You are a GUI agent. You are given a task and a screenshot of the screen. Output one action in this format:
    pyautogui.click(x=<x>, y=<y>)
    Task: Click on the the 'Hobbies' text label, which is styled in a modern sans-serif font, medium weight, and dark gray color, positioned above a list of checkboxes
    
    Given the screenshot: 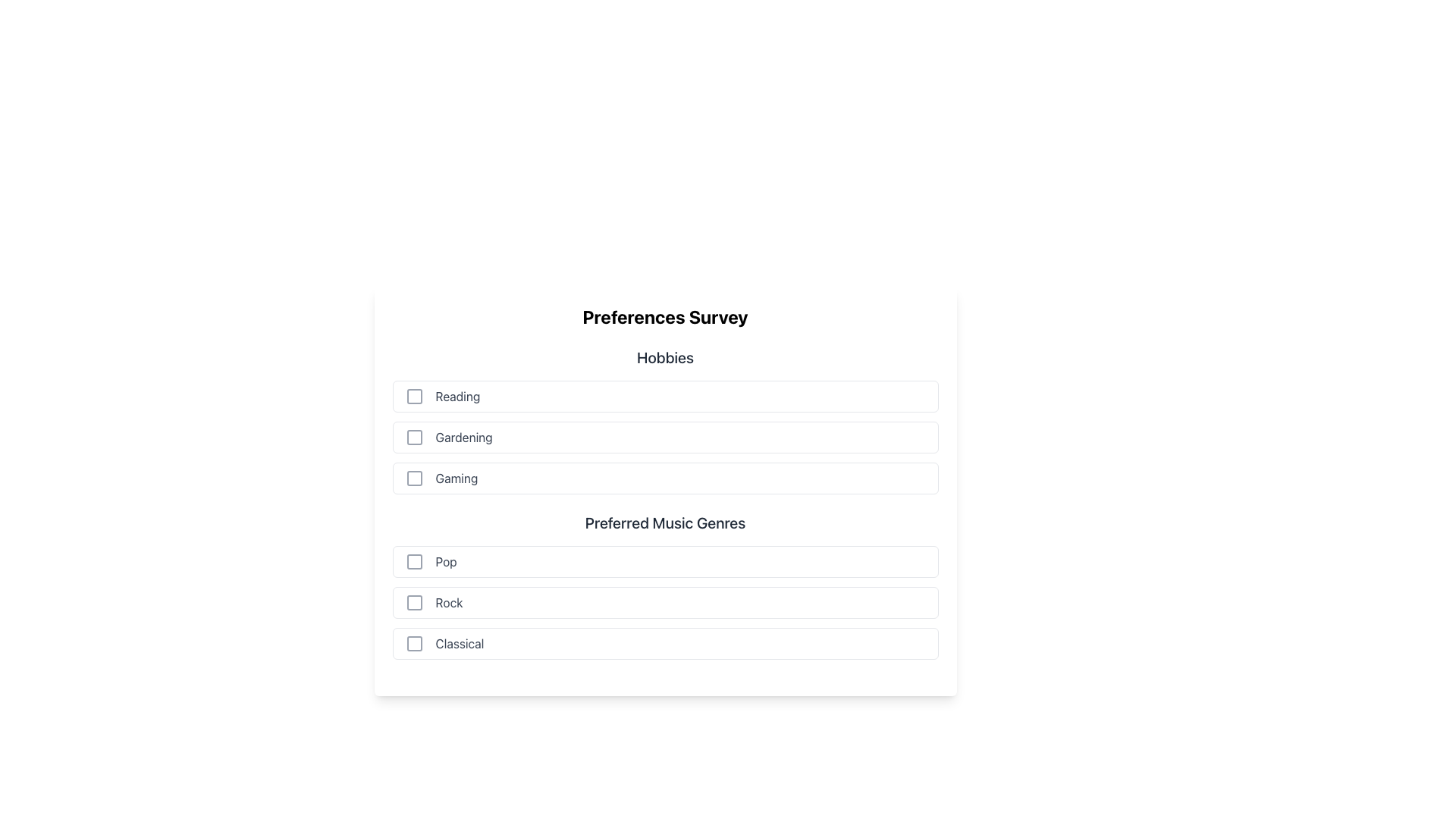 What is the action you would take?
    pyautogui.click(x=665, y=357)
    